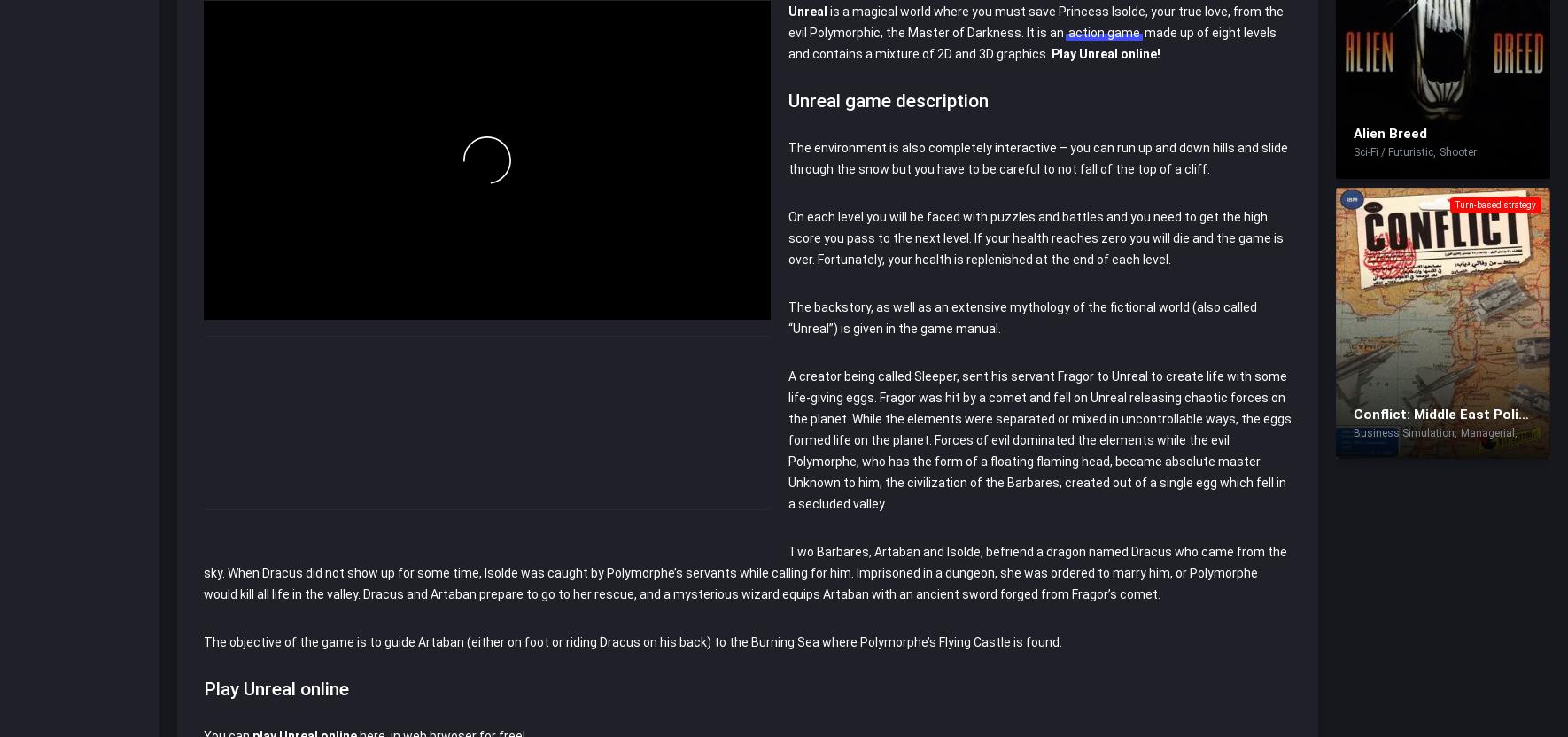 The height and width of the screenshot is (737, 1568). Describe the element at coordinates (1389, 134) in the screenshot. I see `'Alien Breed'` at that location.